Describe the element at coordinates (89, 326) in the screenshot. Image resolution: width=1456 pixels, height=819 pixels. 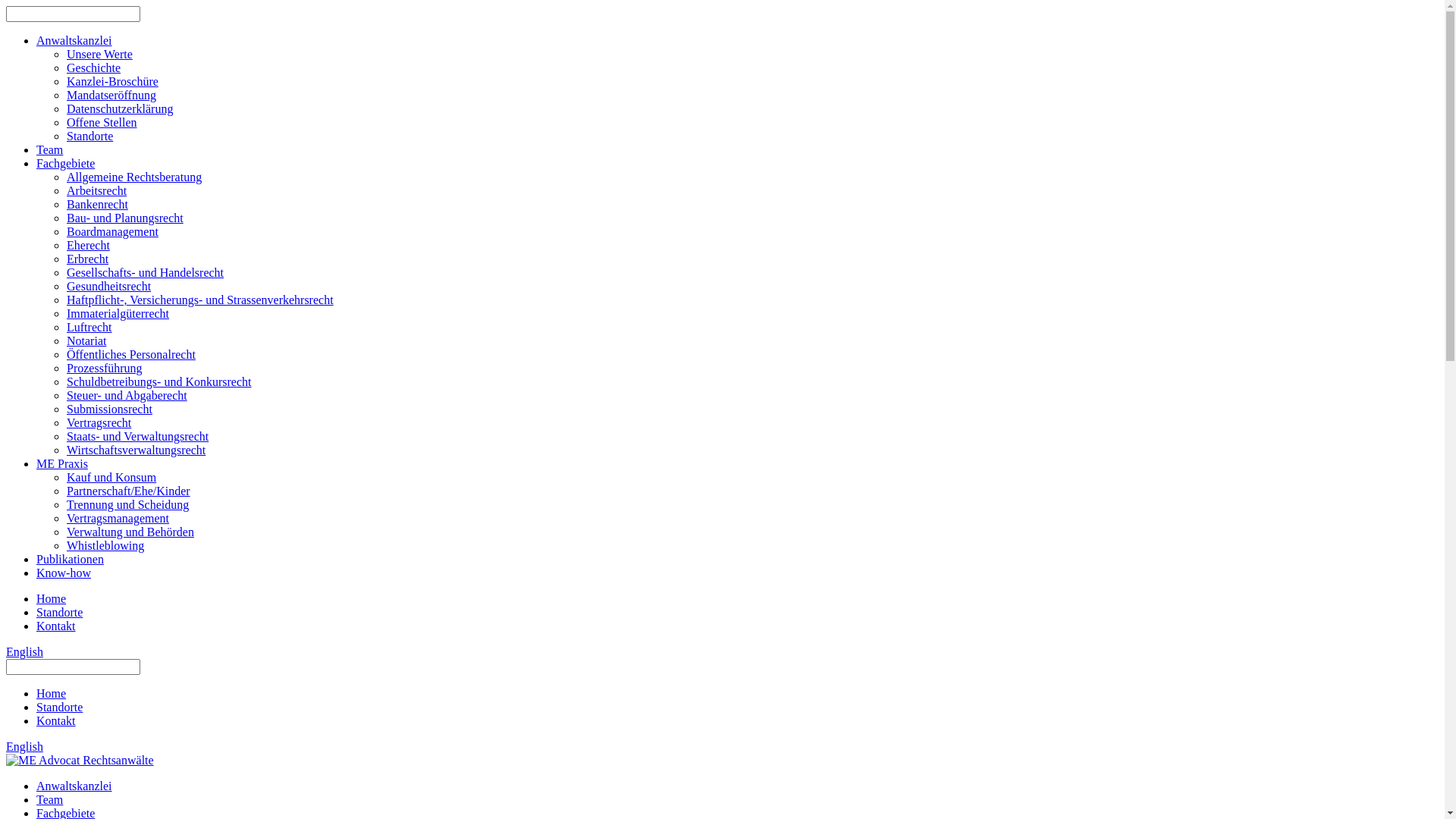
I see `'Luftrecht'` at that location.